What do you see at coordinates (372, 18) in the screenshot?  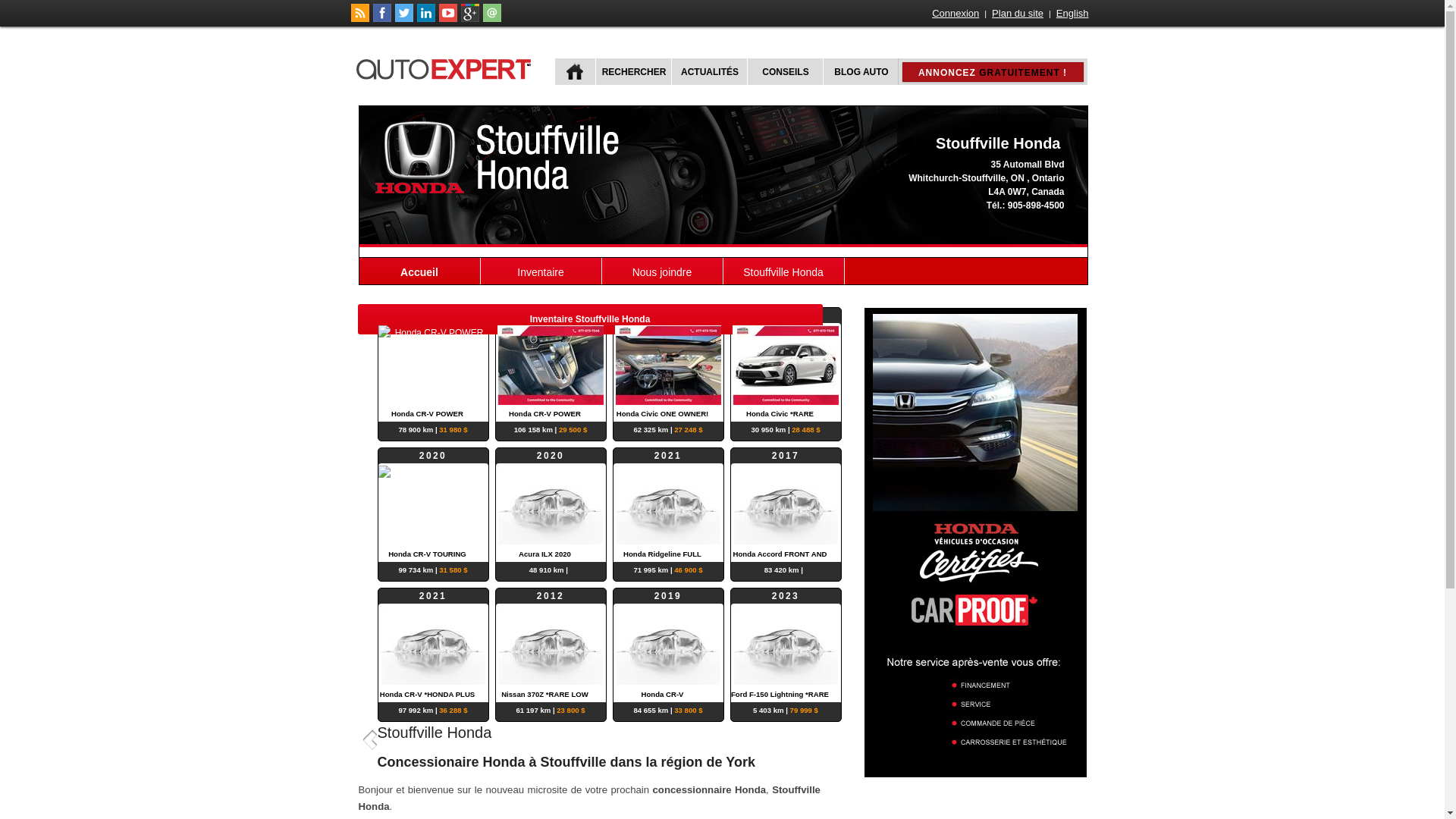 I see `'Suivez autoExpert.ca sur Facebook'` at bounding box center [372, 18].